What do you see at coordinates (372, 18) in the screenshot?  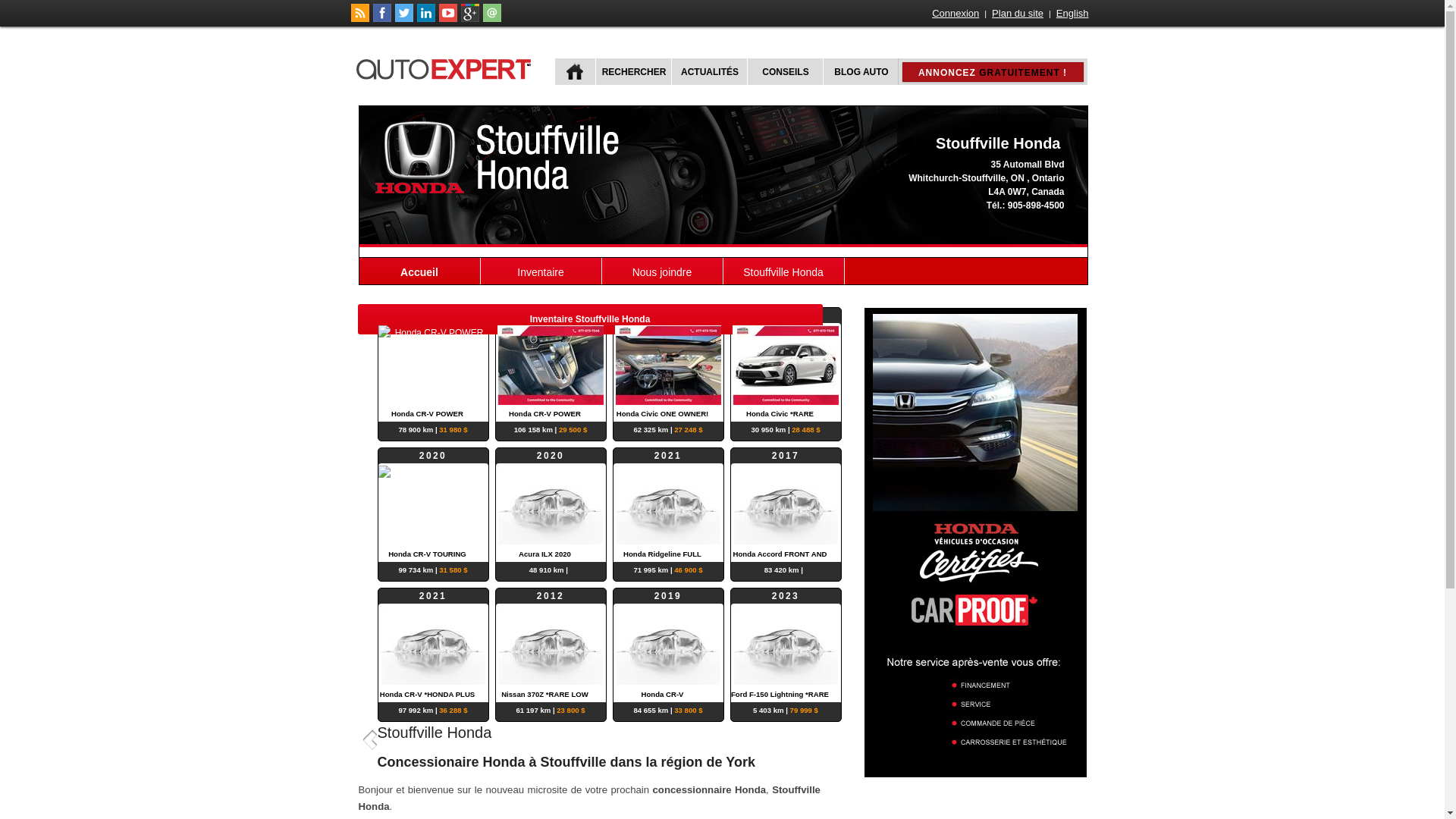 I see `'Suivez autoExpert.ca sur Facebook'` at bounding box center [372, 18].